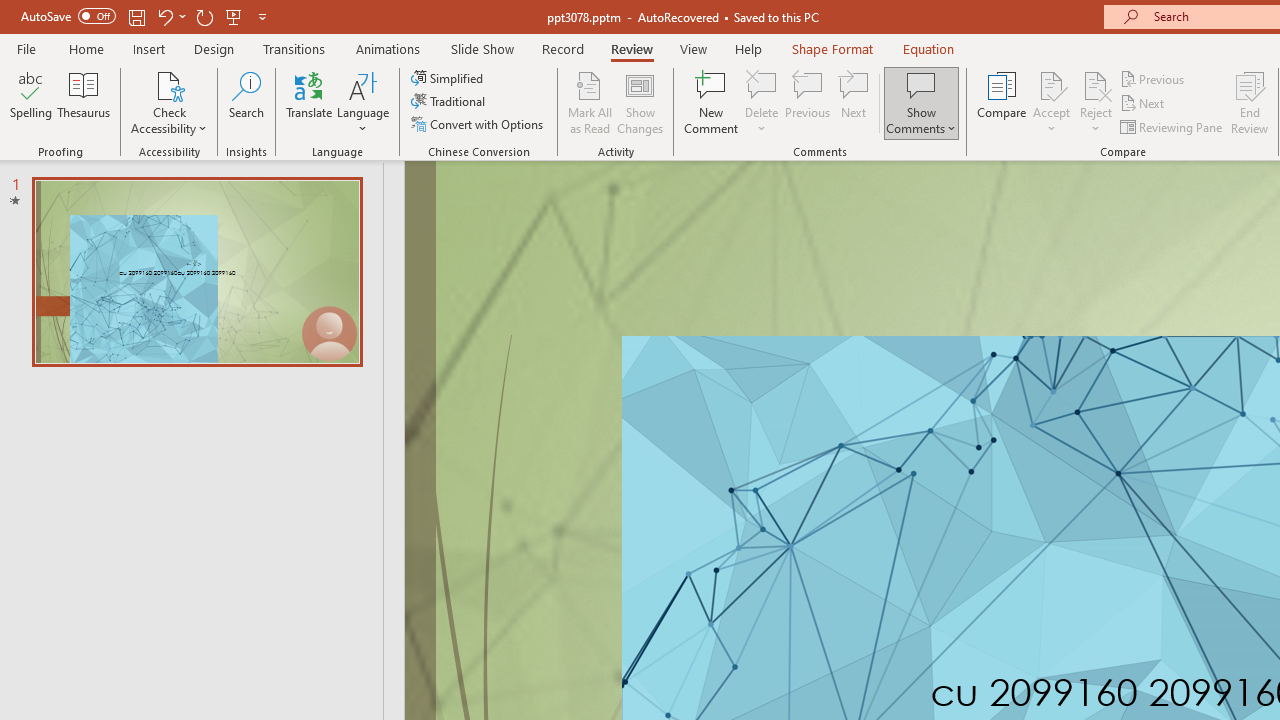  Describe the element at coordinates (1153, 78) in the screenshot. I see `'Previous'` at that location.